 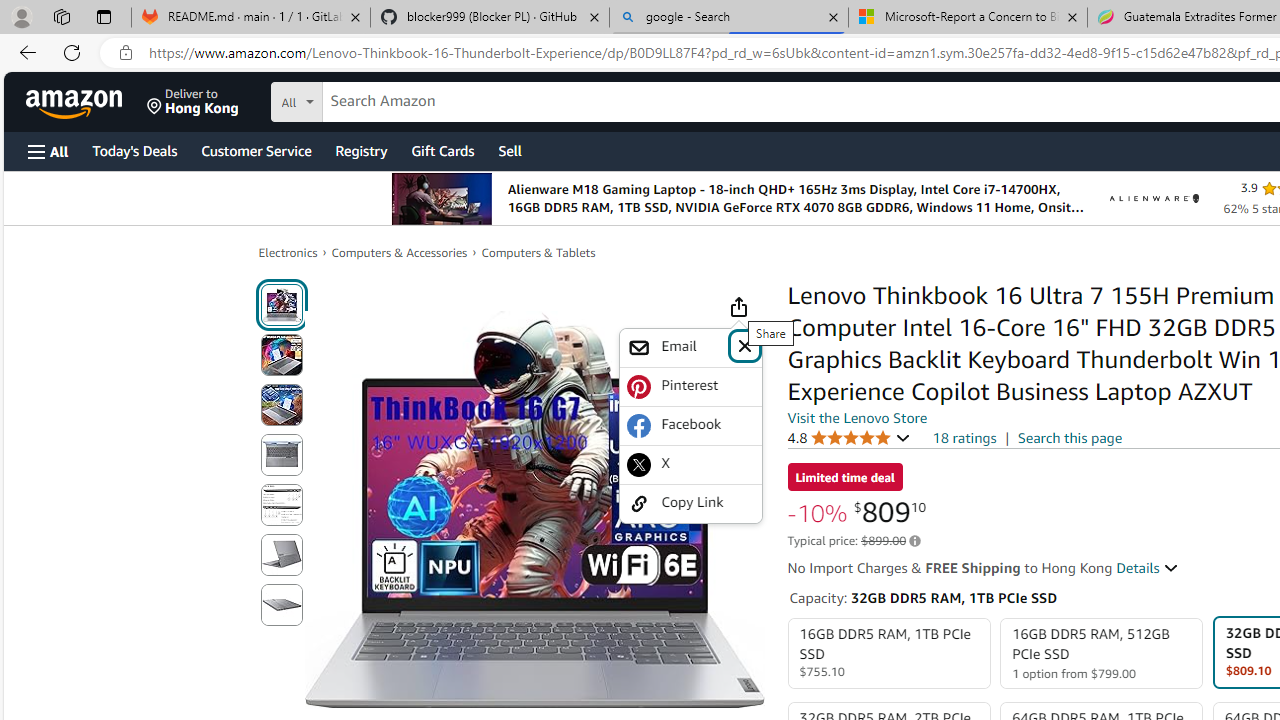 What do you see at coordinates (371, 99) in the screenshot?
I see `'Search in'` at bounding box center [371, 99].